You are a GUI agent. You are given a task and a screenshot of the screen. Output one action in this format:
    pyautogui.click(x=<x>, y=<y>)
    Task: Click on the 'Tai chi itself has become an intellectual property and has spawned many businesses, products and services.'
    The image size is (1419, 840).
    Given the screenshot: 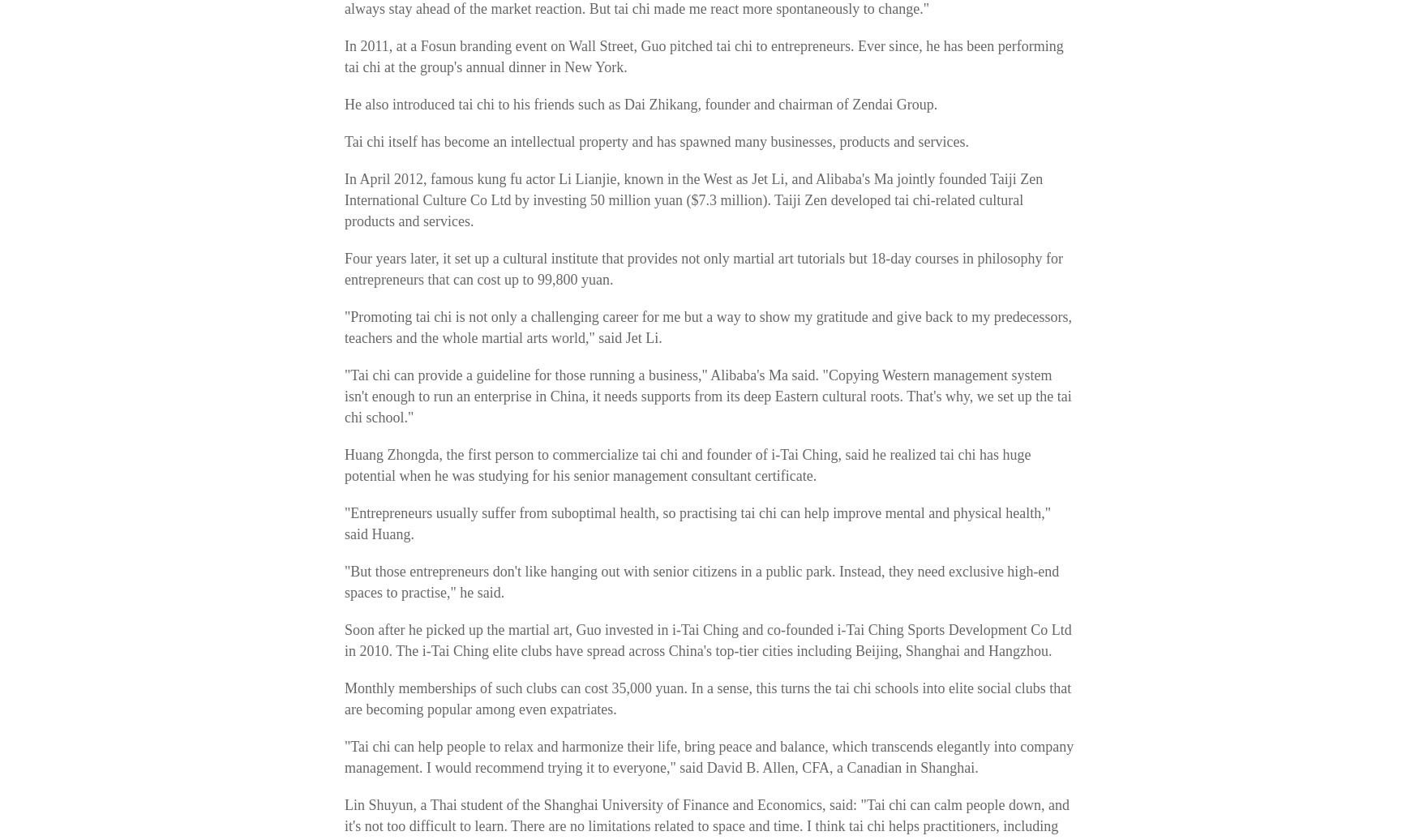 What is the action you would take?
    pyautogui.click(x=656, y=141)
    